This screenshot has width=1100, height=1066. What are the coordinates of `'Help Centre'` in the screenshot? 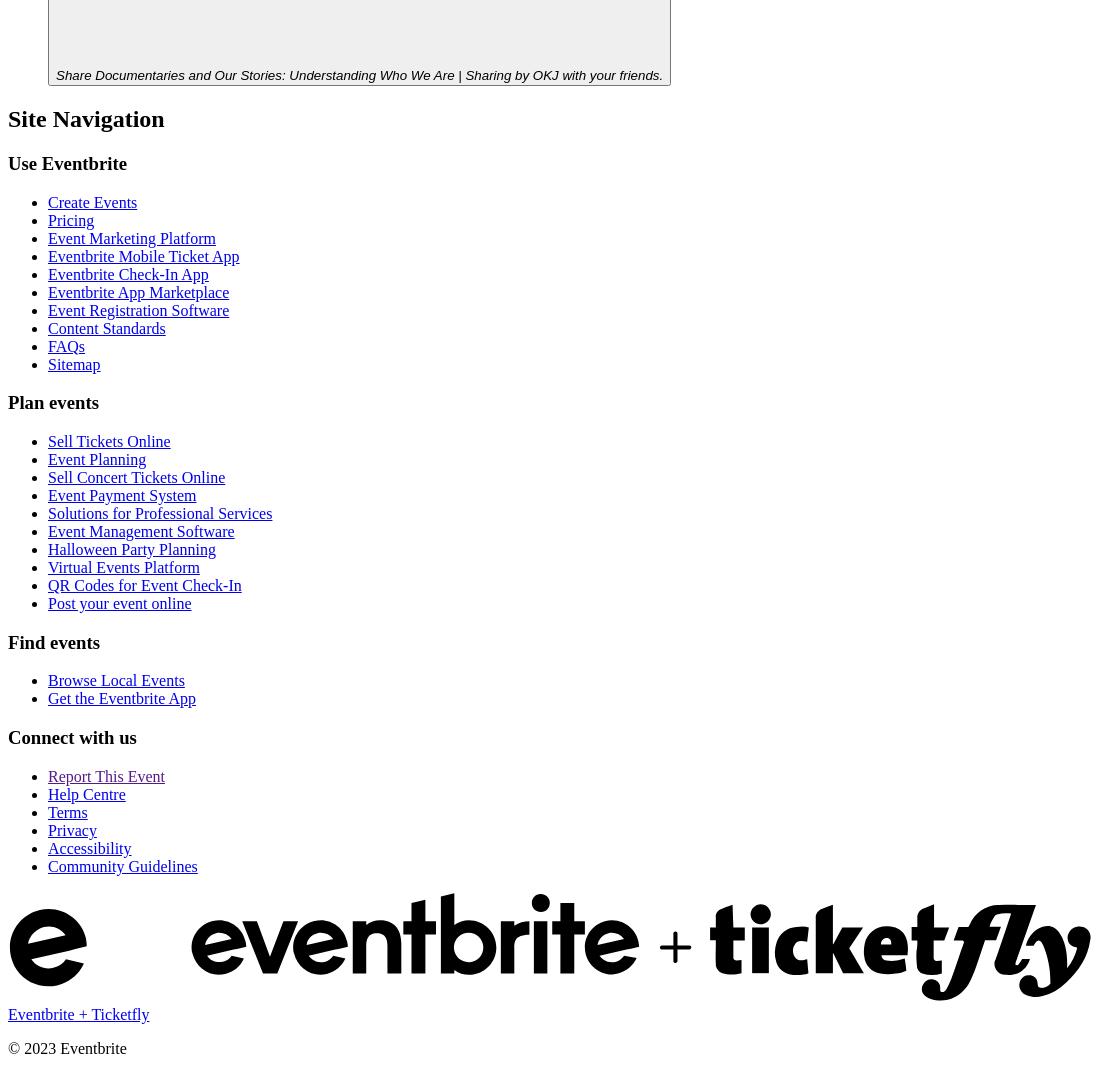 It's located at (86, 792).